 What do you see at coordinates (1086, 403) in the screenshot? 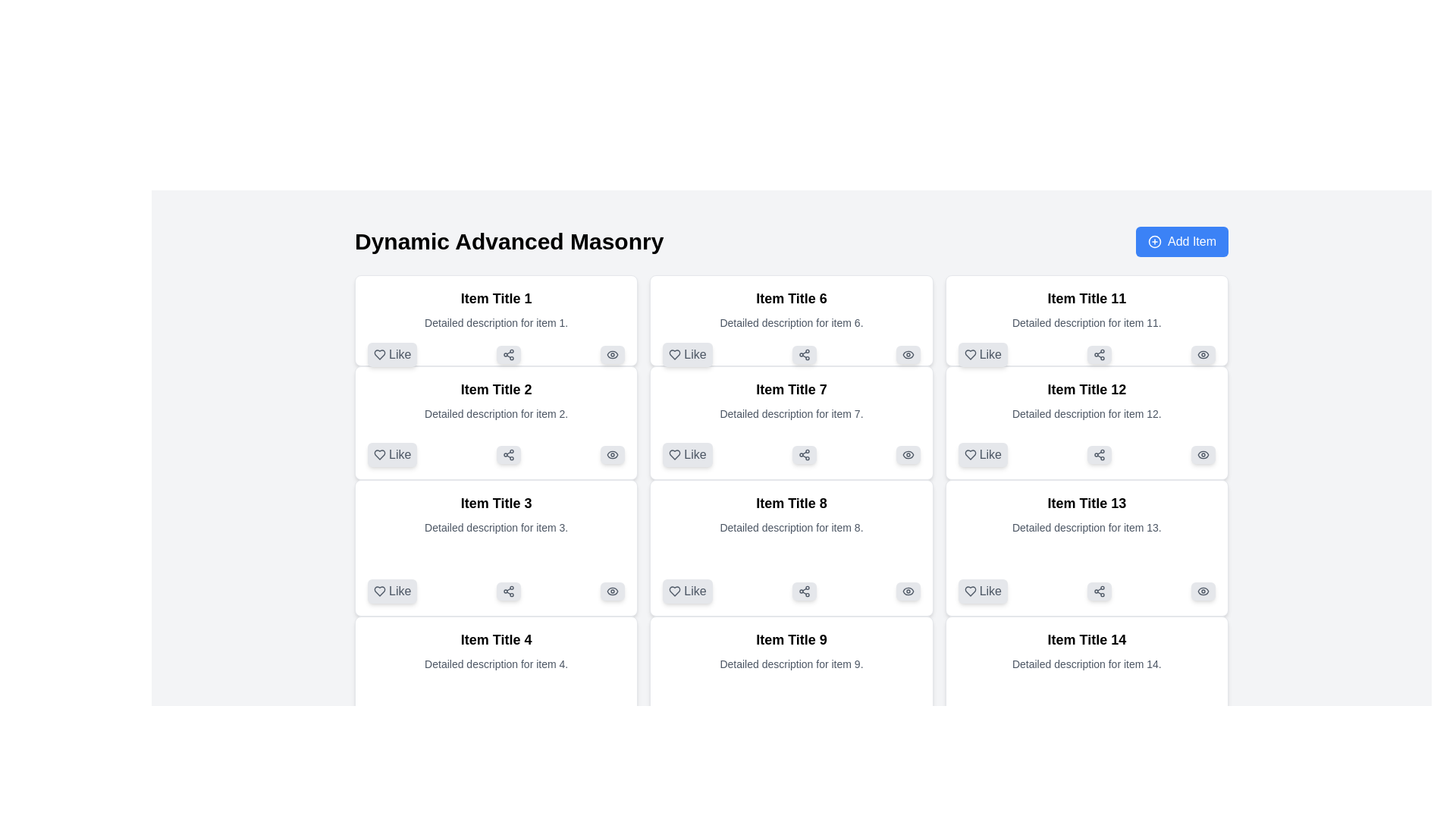
I see `the text block containing the title 'Item Title 12' and the description 'Detailed description for item 12' in the grid layout of 'Dynamic Advanced Masonry'` at bounding box center [1086, 403].